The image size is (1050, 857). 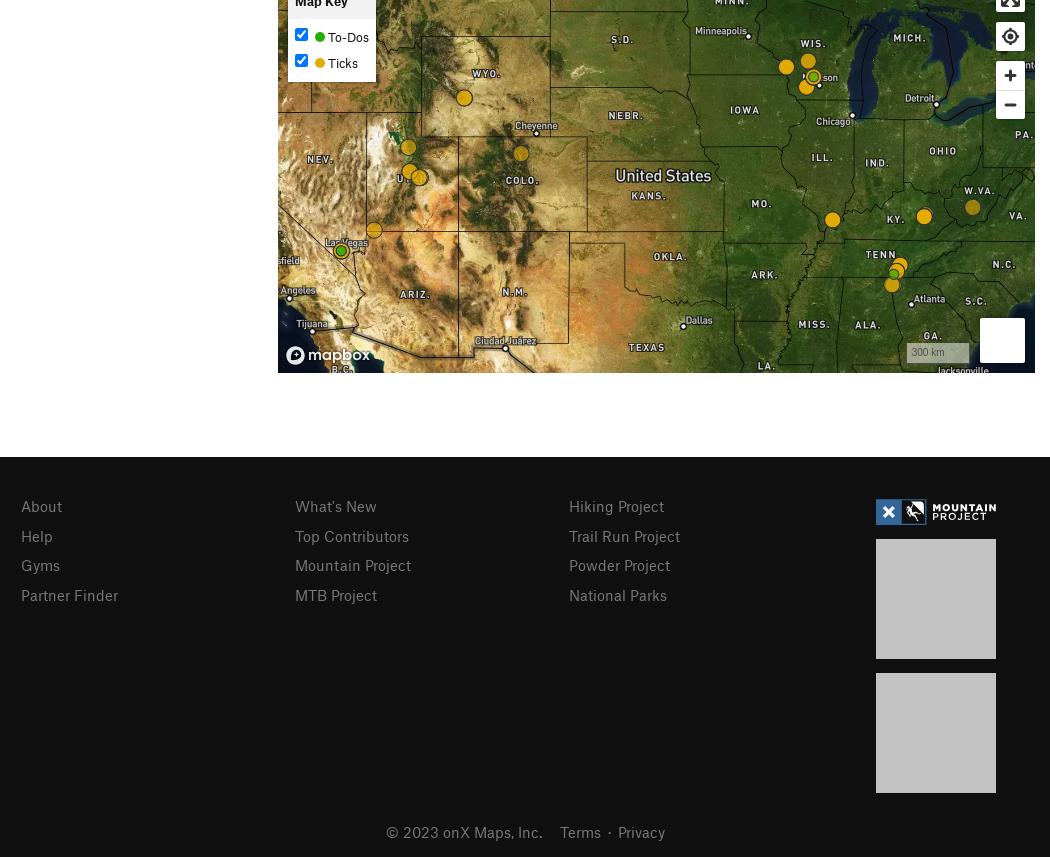 I want to click on 'Gyms', so click(x=39, y=565).